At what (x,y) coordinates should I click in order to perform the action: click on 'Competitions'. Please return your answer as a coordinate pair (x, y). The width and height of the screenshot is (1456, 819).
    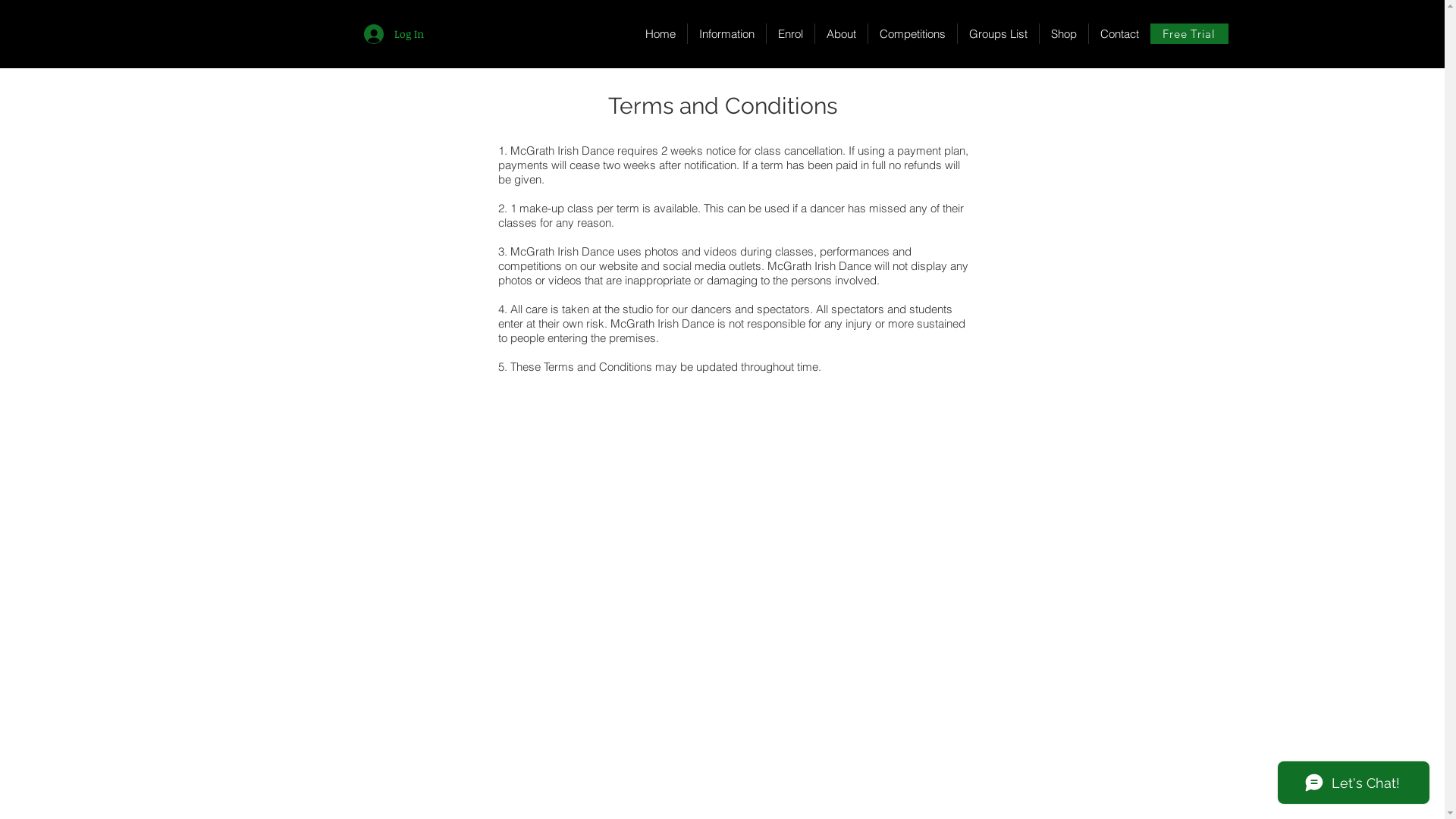
    Looking at the image, I should click on (867, 33).